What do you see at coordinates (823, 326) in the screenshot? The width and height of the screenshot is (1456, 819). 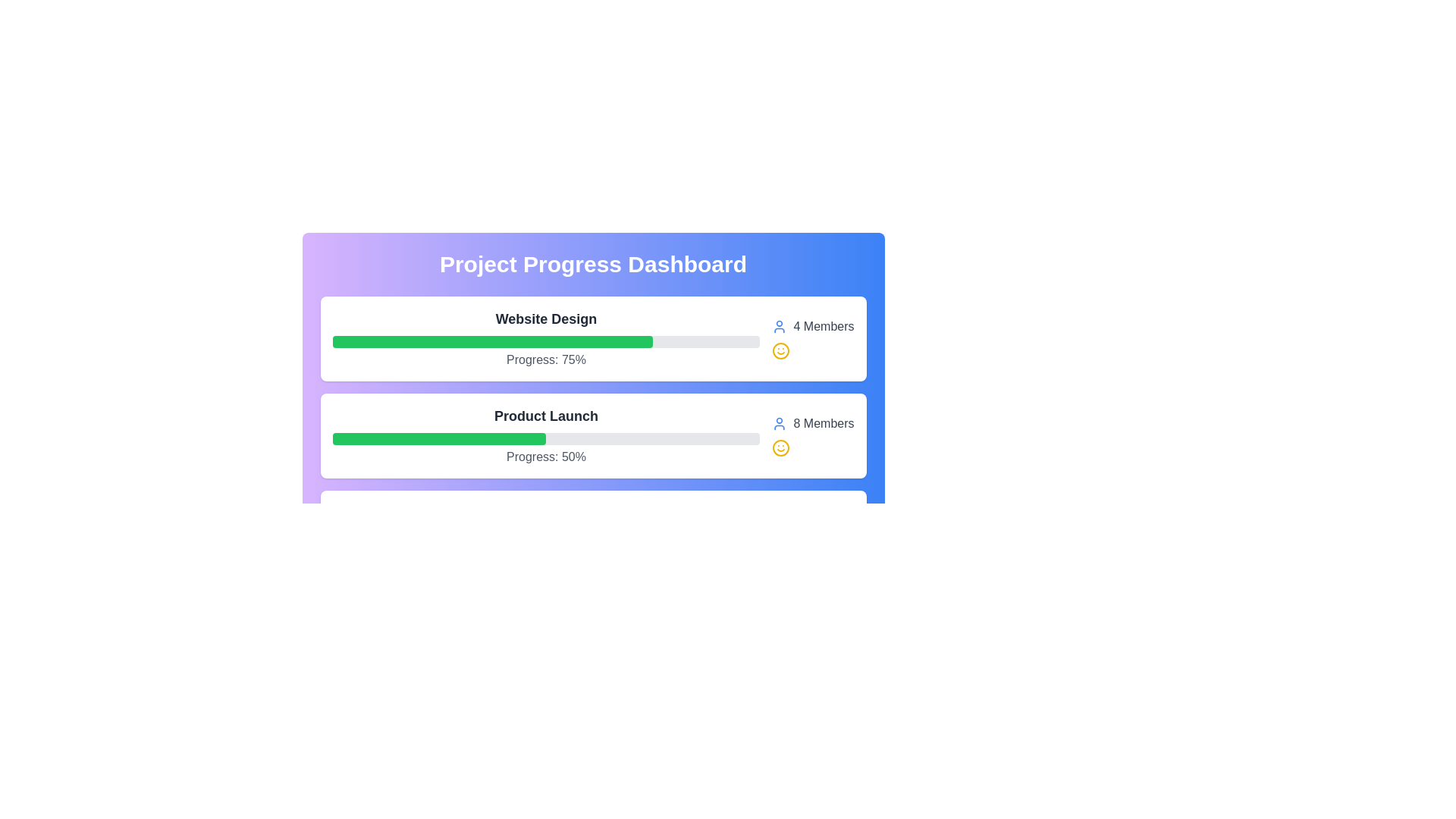 I see `displayed member count from the text component showing '4 Members', which is styled with gray color and located in the top-right corner of the 'Website Design' card, adjacent to the blue user icon` at bounding box center [823, 326].